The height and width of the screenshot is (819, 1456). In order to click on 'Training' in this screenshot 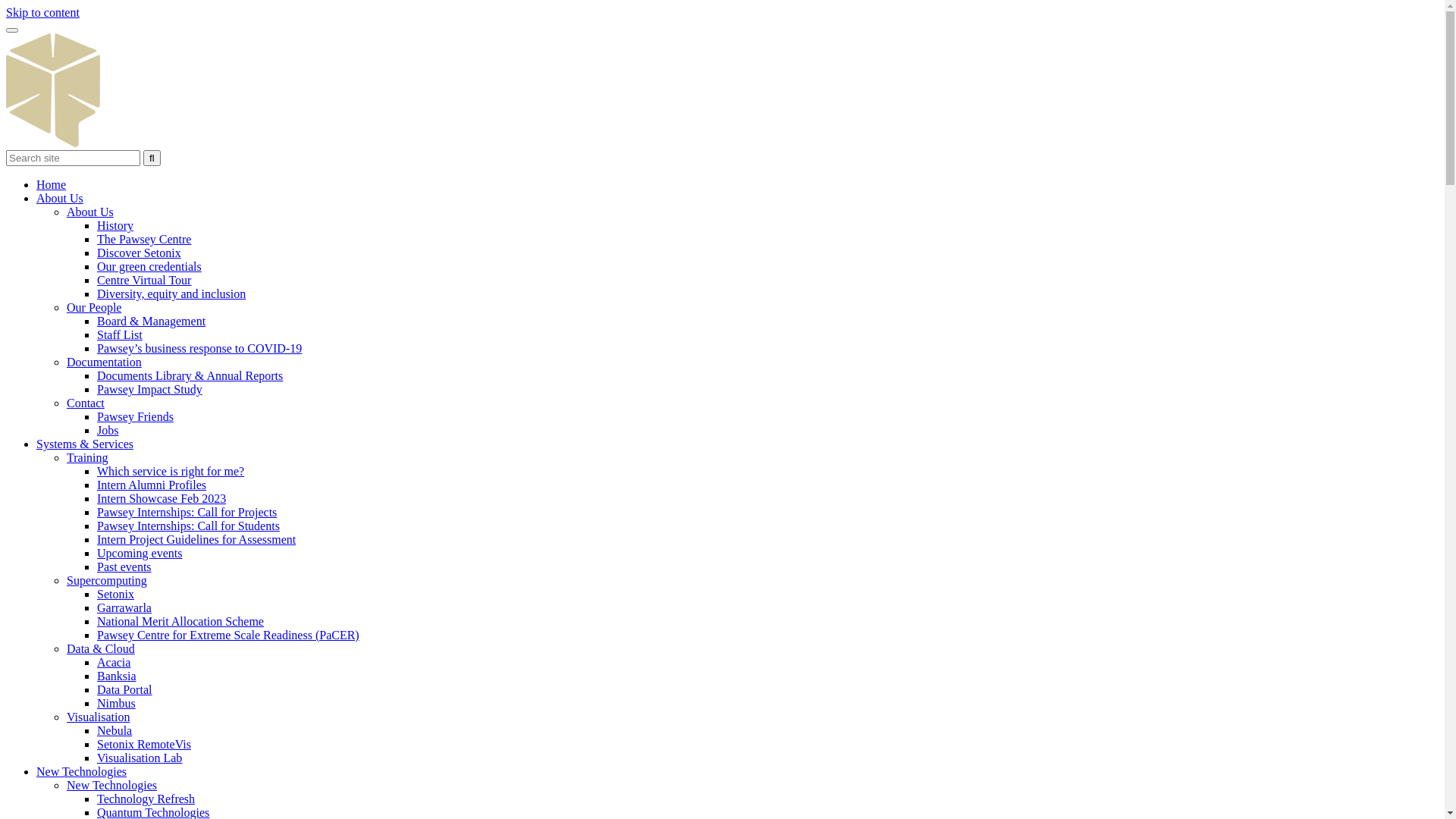, I will do `click(86, 457)`.